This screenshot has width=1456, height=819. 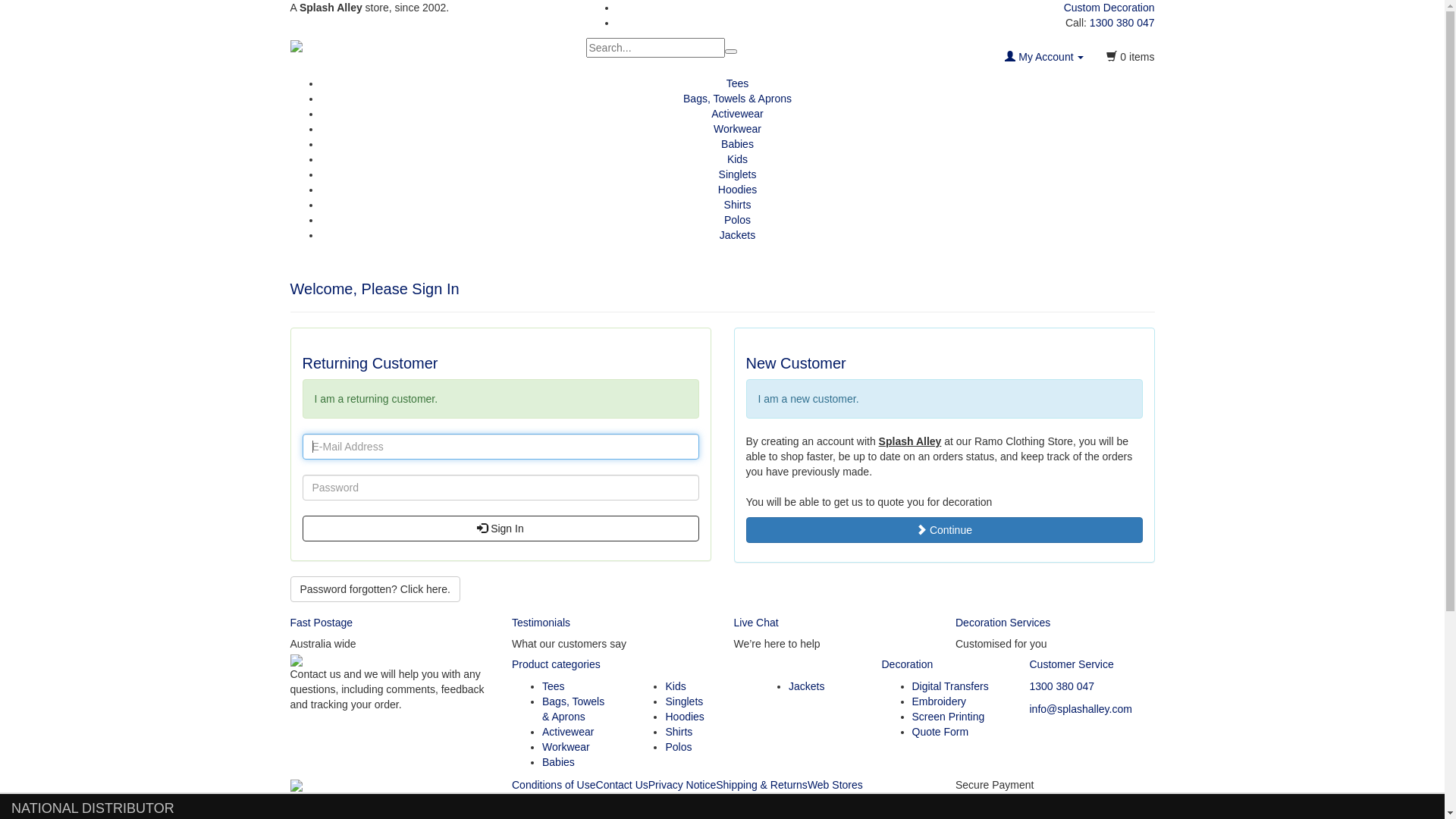 What do you see at coordinates (910, 701) in the screenshot?
I see `'Embroidery'` at bounding box center [910, 701].